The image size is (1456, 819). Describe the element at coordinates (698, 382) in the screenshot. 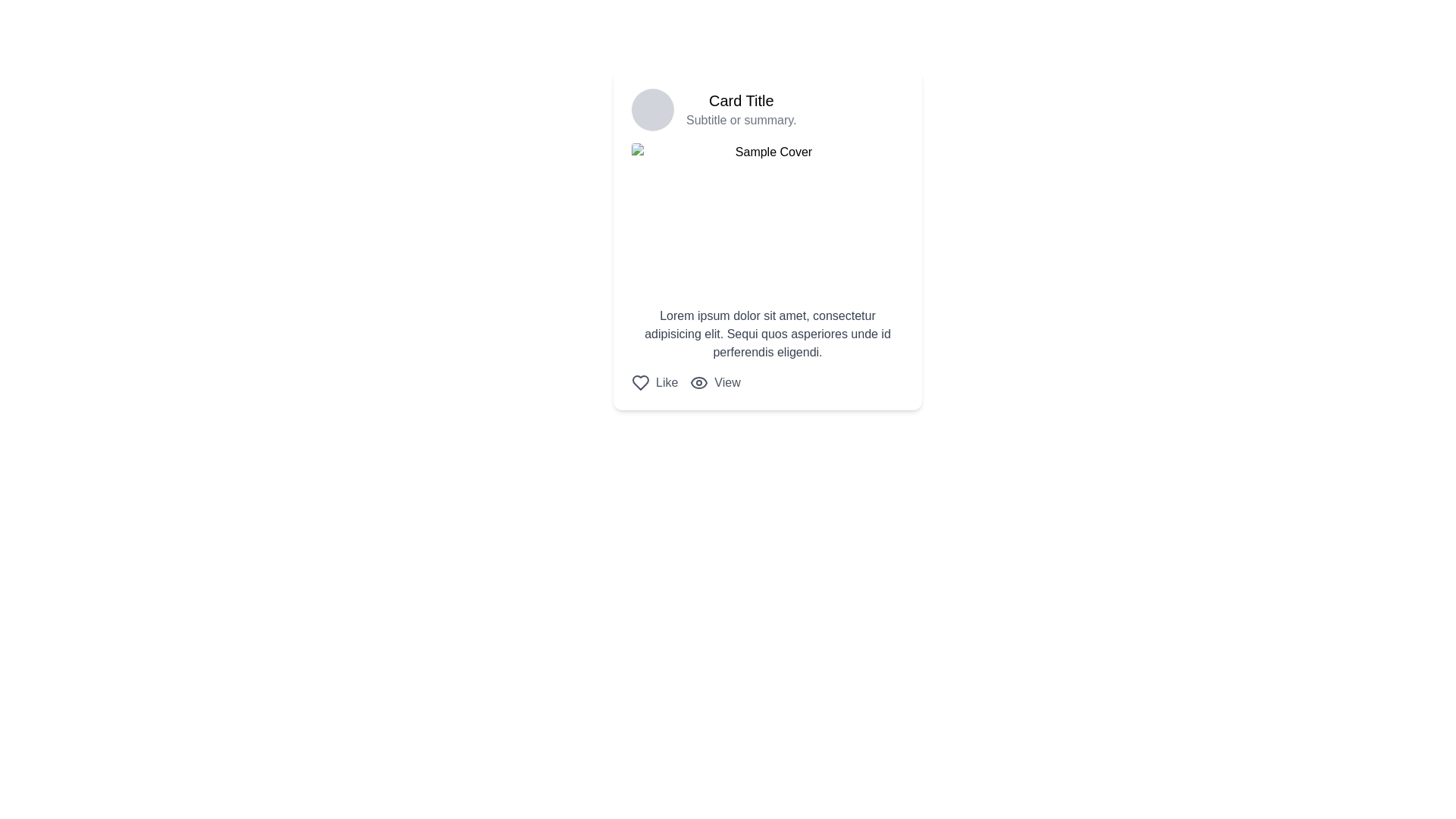

I see `the icon located within the 'View' button at the bottom-right corner of the card component` at that location.